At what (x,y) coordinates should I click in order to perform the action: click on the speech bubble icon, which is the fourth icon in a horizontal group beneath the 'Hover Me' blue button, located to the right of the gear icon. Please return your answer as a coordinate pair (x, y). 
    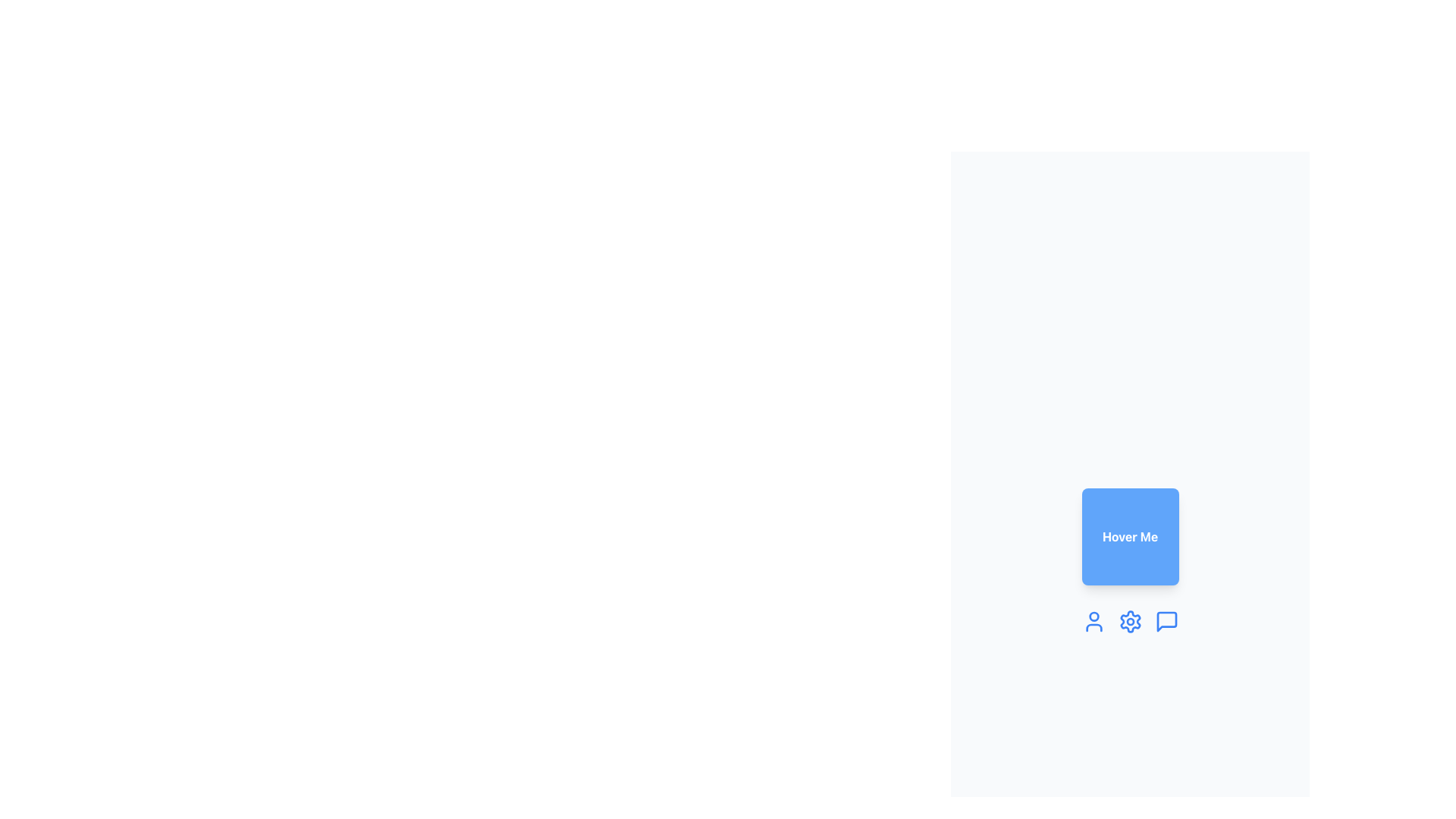
    Looking at the image, I should click on (1166, 622).